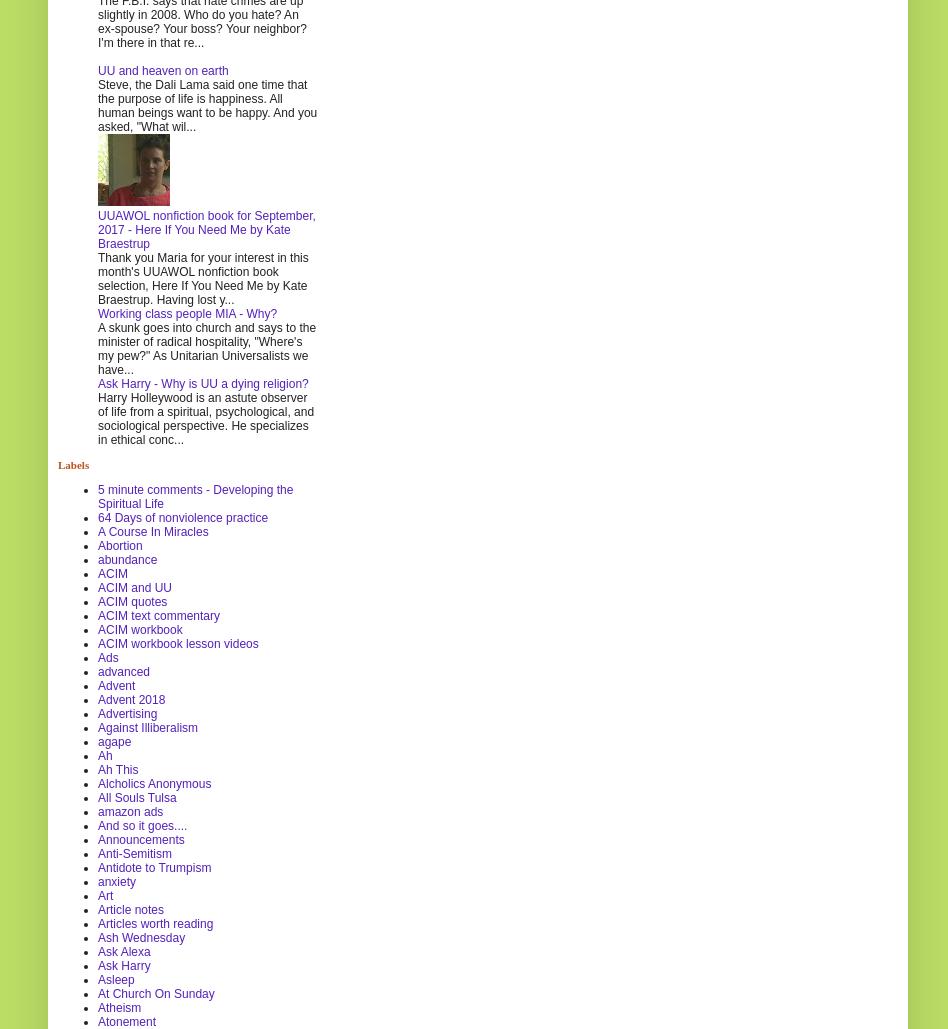 This screenshot has width=948, height=1029. I want to click on 'Ask Harry', so click(98, 963).